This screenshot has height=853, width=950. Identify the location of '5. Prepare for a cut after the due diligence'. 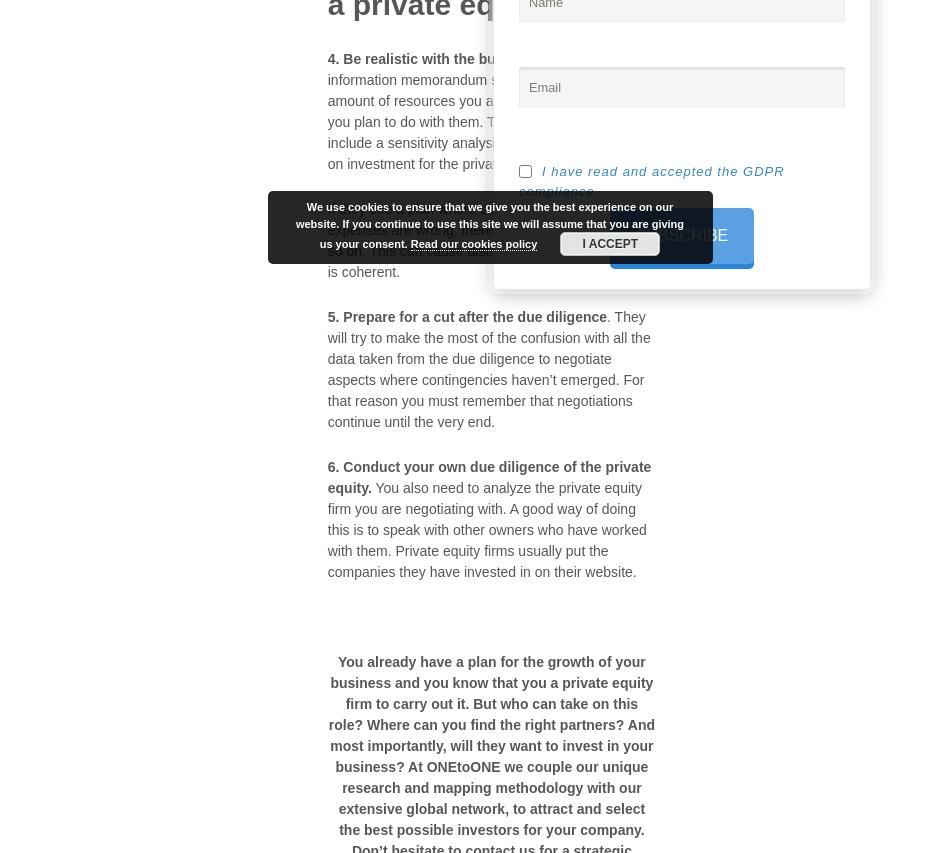
(466, 316).